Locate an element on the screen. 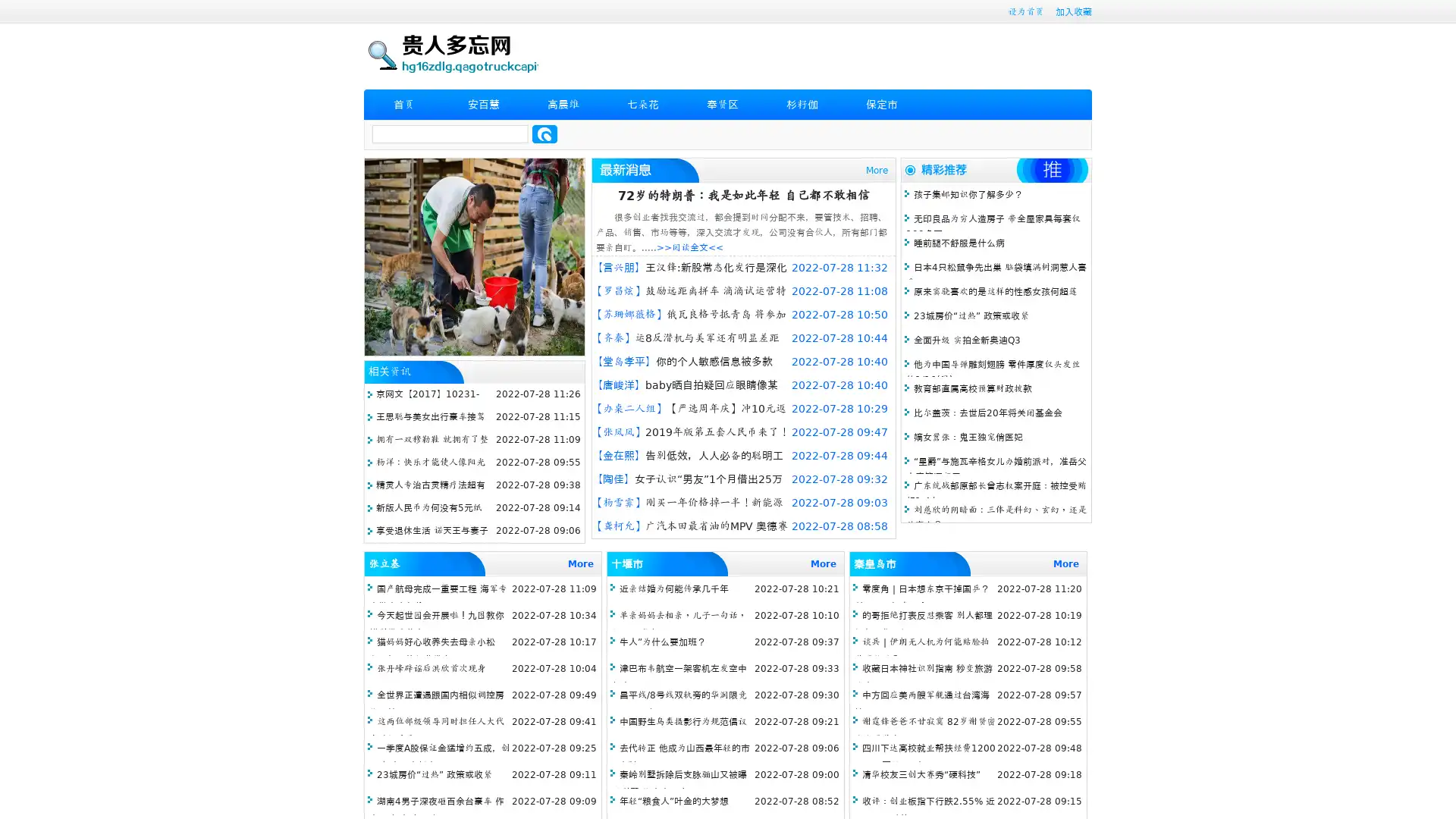 The image size is (1456, 819). Search is located at coordinates (544, 133).